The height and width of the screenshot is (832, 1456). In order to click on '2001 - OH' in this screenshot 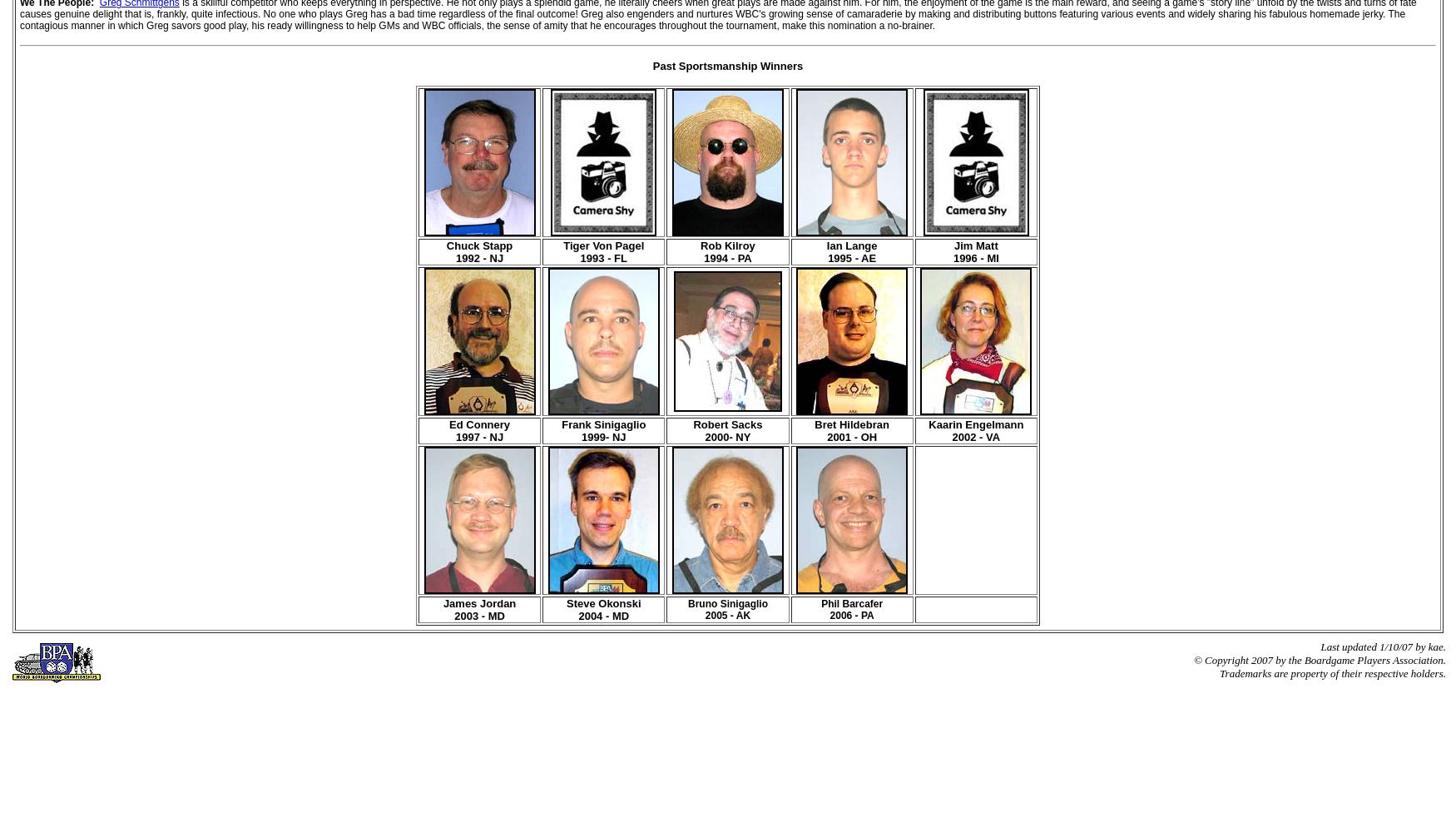, I will do `click(826, 437)`.